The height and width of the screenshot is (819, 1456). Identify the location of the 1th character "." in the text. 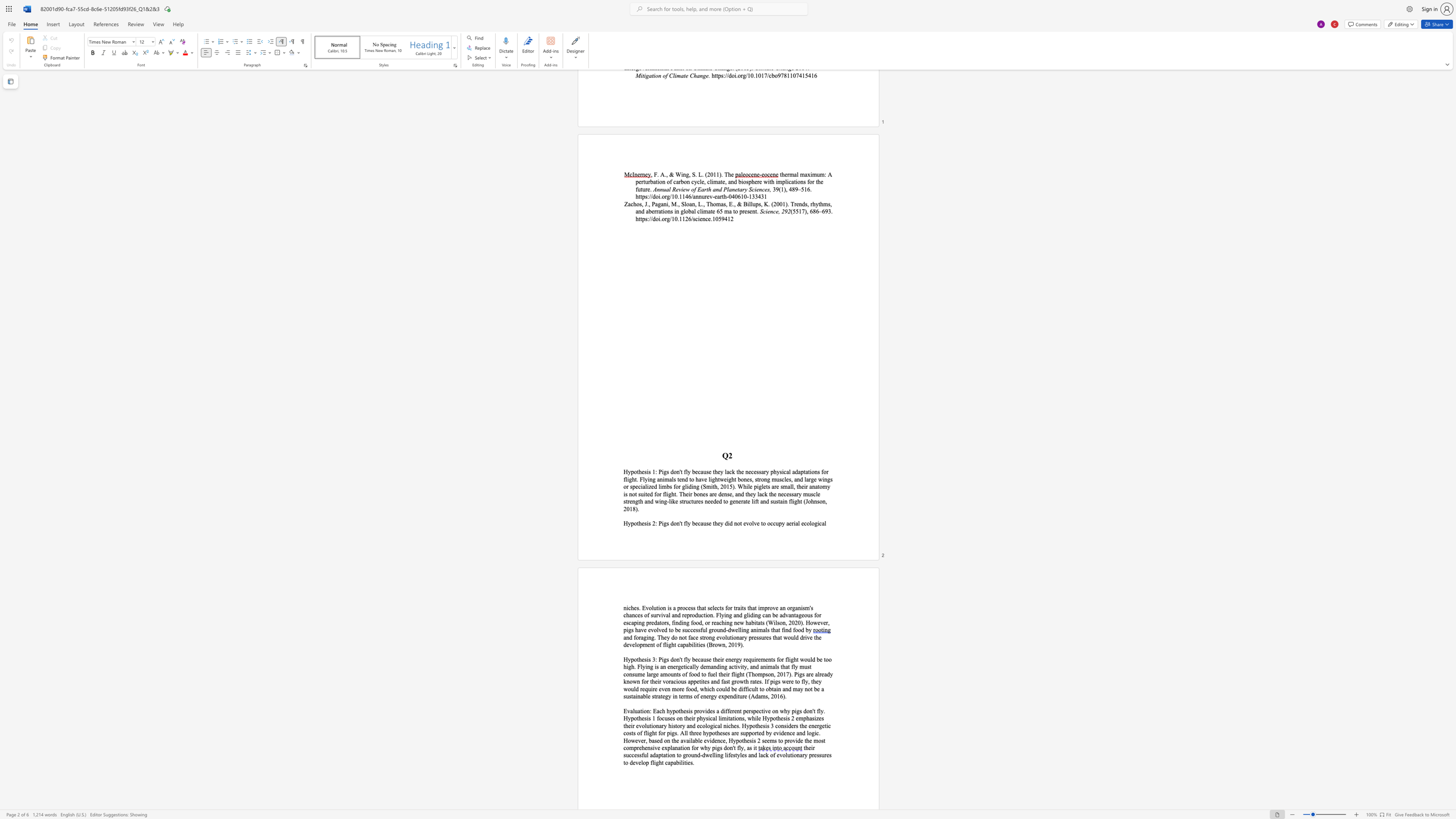
(639, 608).